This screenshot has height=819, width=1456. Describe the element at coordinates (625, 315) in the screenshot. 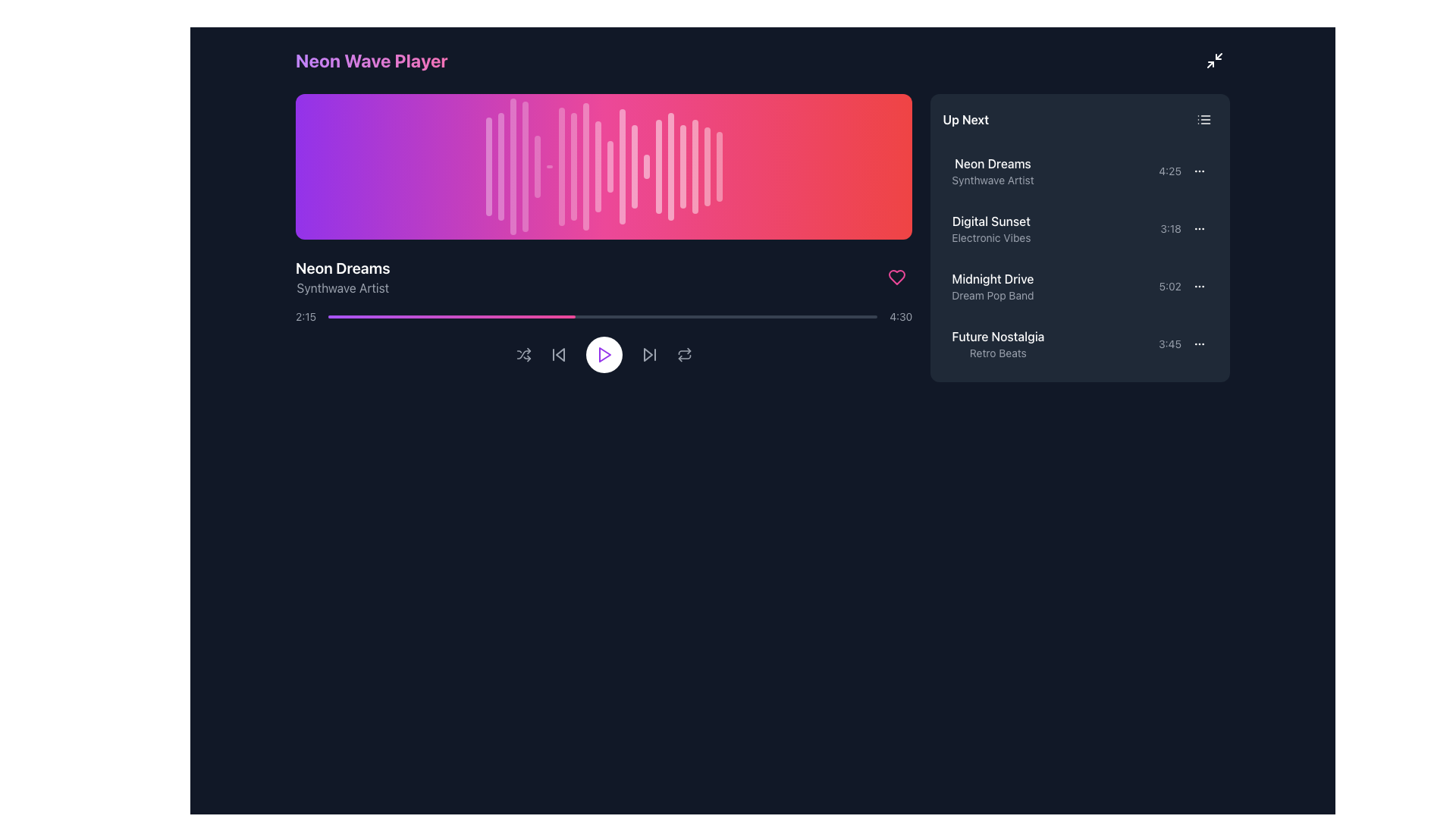

I see `playback position` at that location.